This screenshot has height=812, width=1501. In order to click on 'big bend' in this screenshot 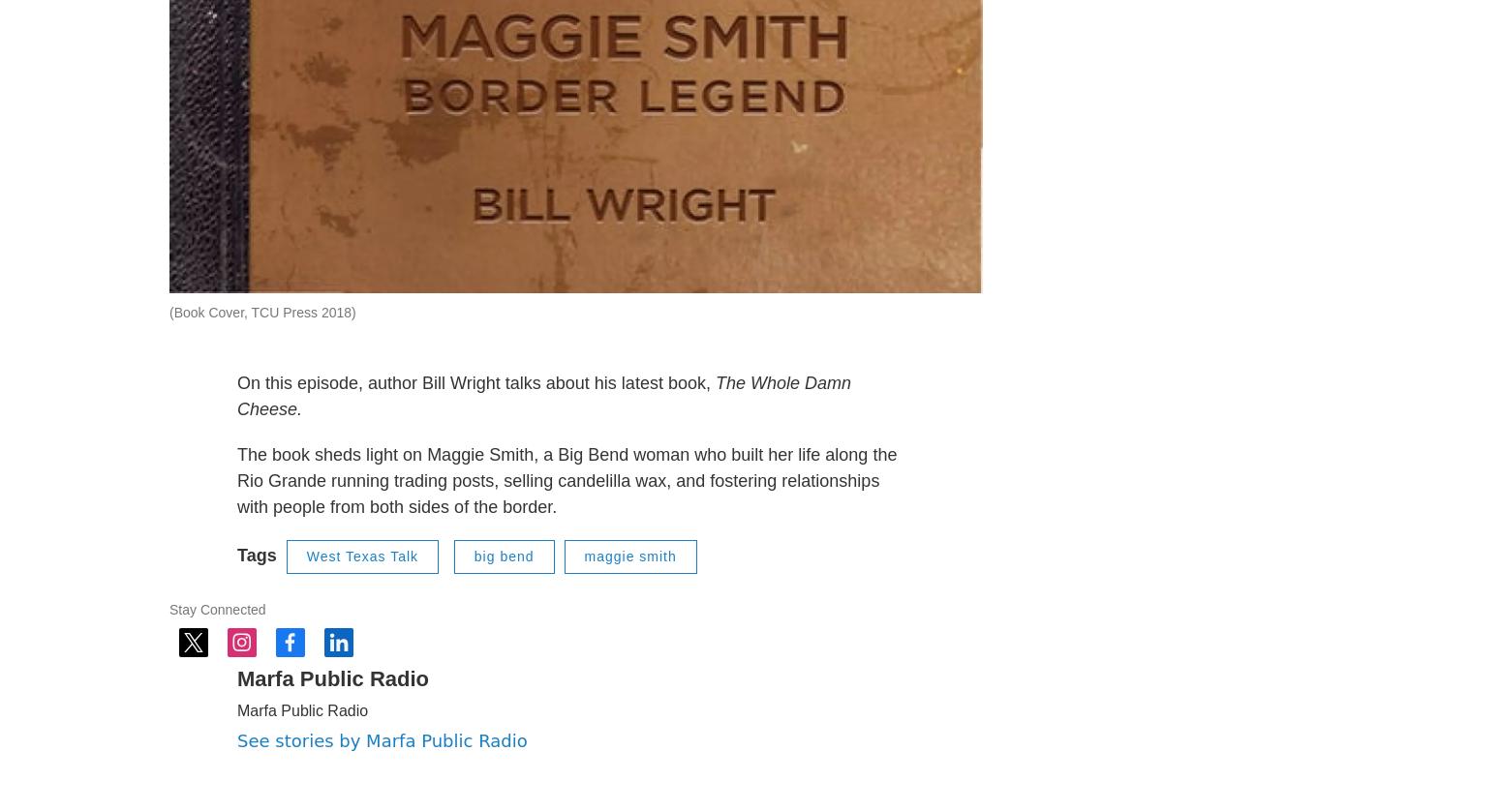, I will do `click(503, 603)`.